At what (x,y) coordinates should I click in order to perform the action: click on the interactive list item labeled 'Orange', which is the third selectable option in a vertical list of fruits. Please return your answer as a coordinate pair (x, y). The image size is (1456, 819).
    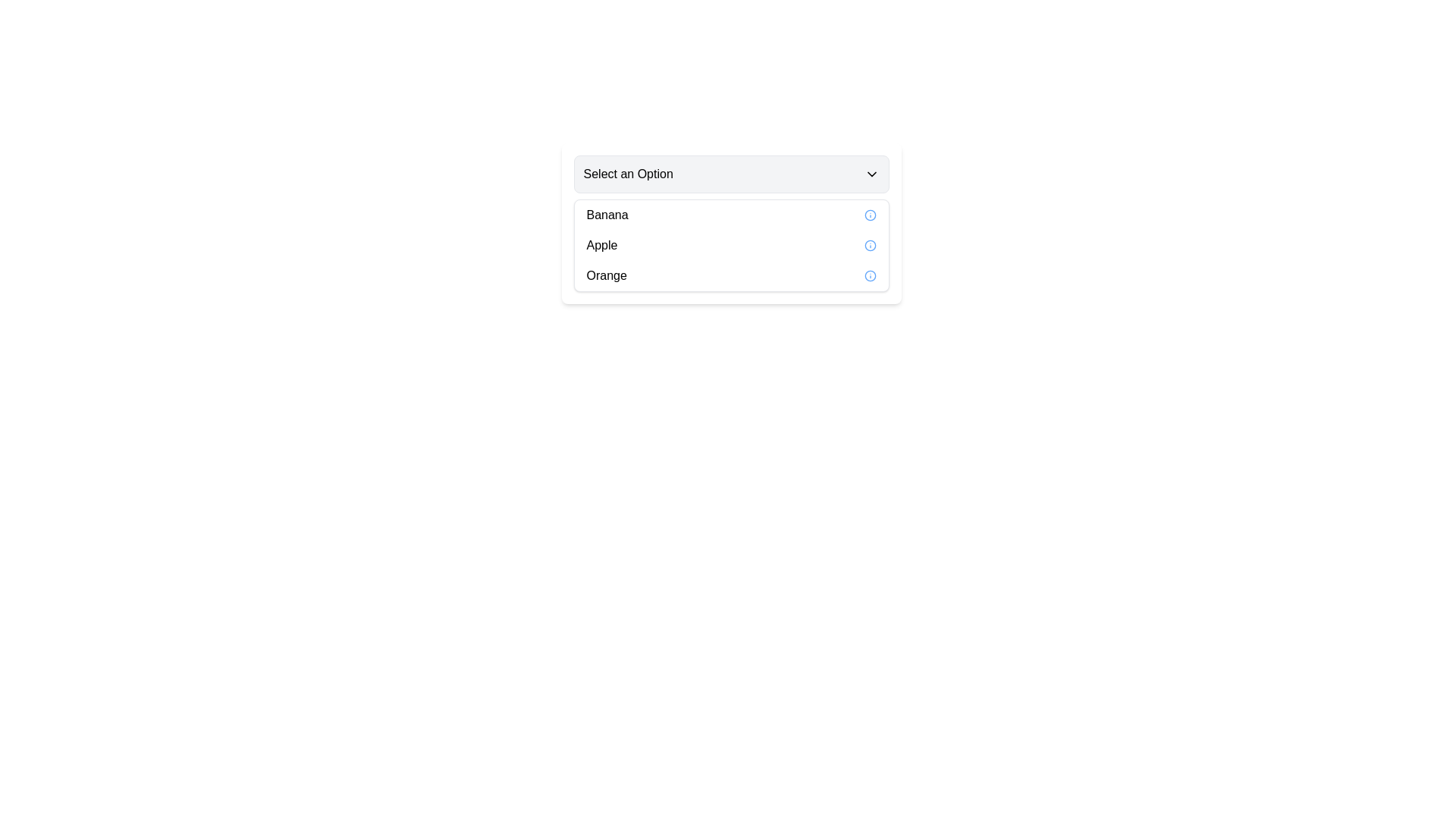
    Looking at the image, I should click on (731, 275).